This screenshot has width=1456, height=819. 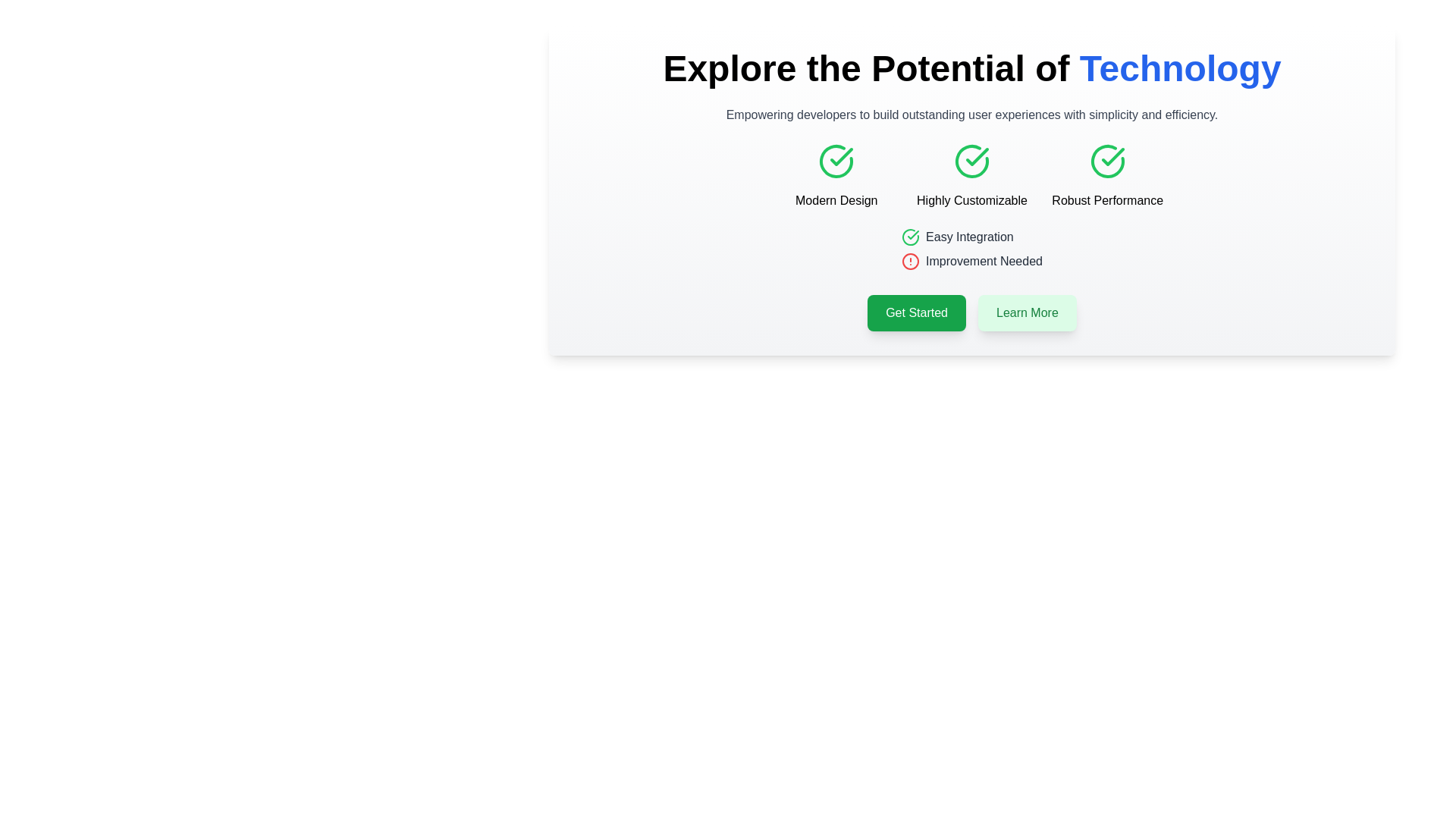 What do you see at coordinates (971, 312) in the screenshot?
I see `the 'Learn More' button located within the Horizontal Button Group at the bottom center of the 'Explore the Potential of Technology' section` at bounding box center [971, 312].